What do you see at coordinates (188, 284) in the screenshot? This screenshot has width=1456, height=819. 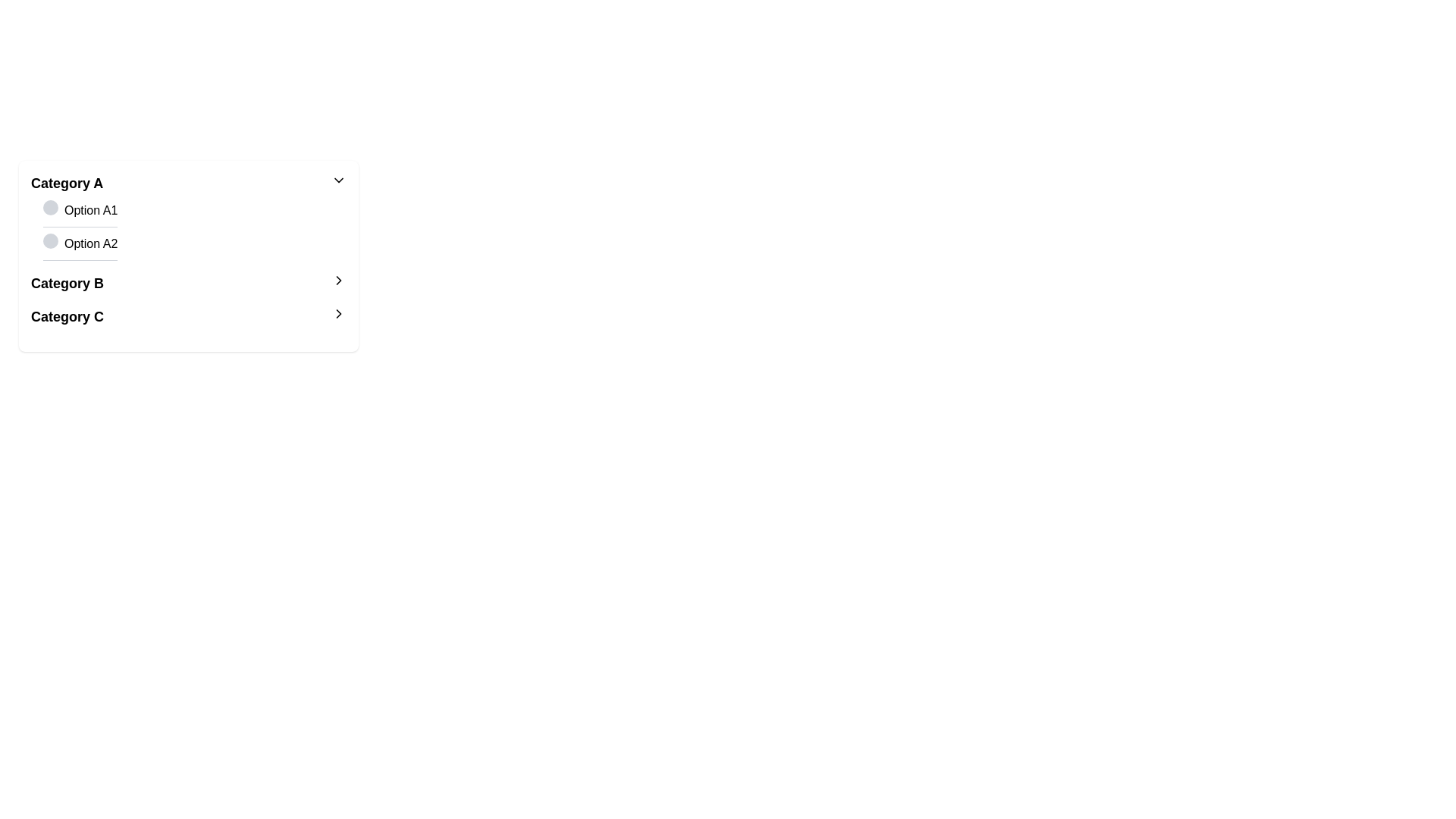 I see `the 'Category B' button, which is the second item in the vertically aligned menu` at bounding box center [188, 284].